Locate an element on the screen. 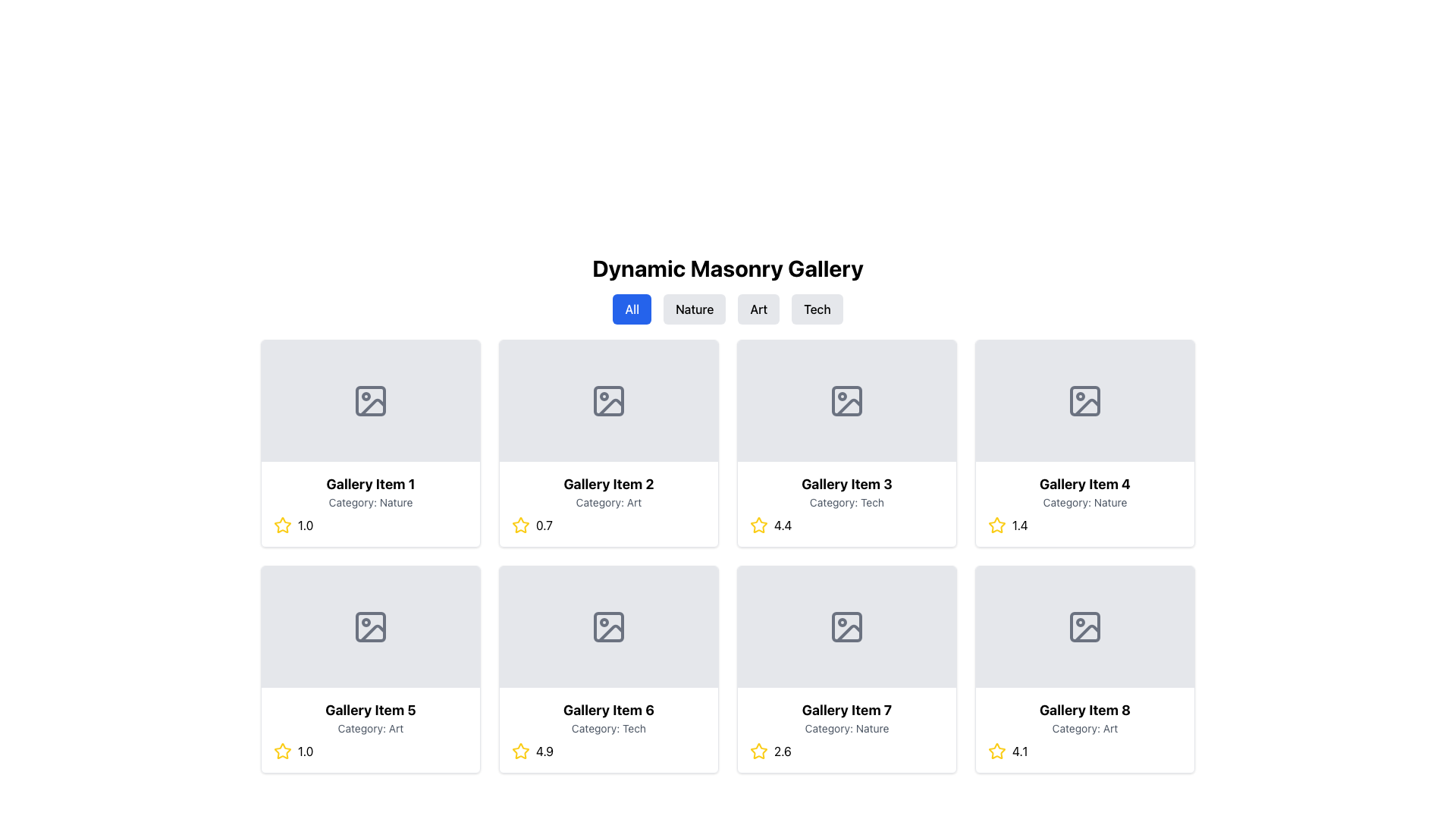  decorative rectangle element located within the icon of 'Gallery Item 3' card, positioned in the top-left corner of the image icon is located at coordinates (846, 400).